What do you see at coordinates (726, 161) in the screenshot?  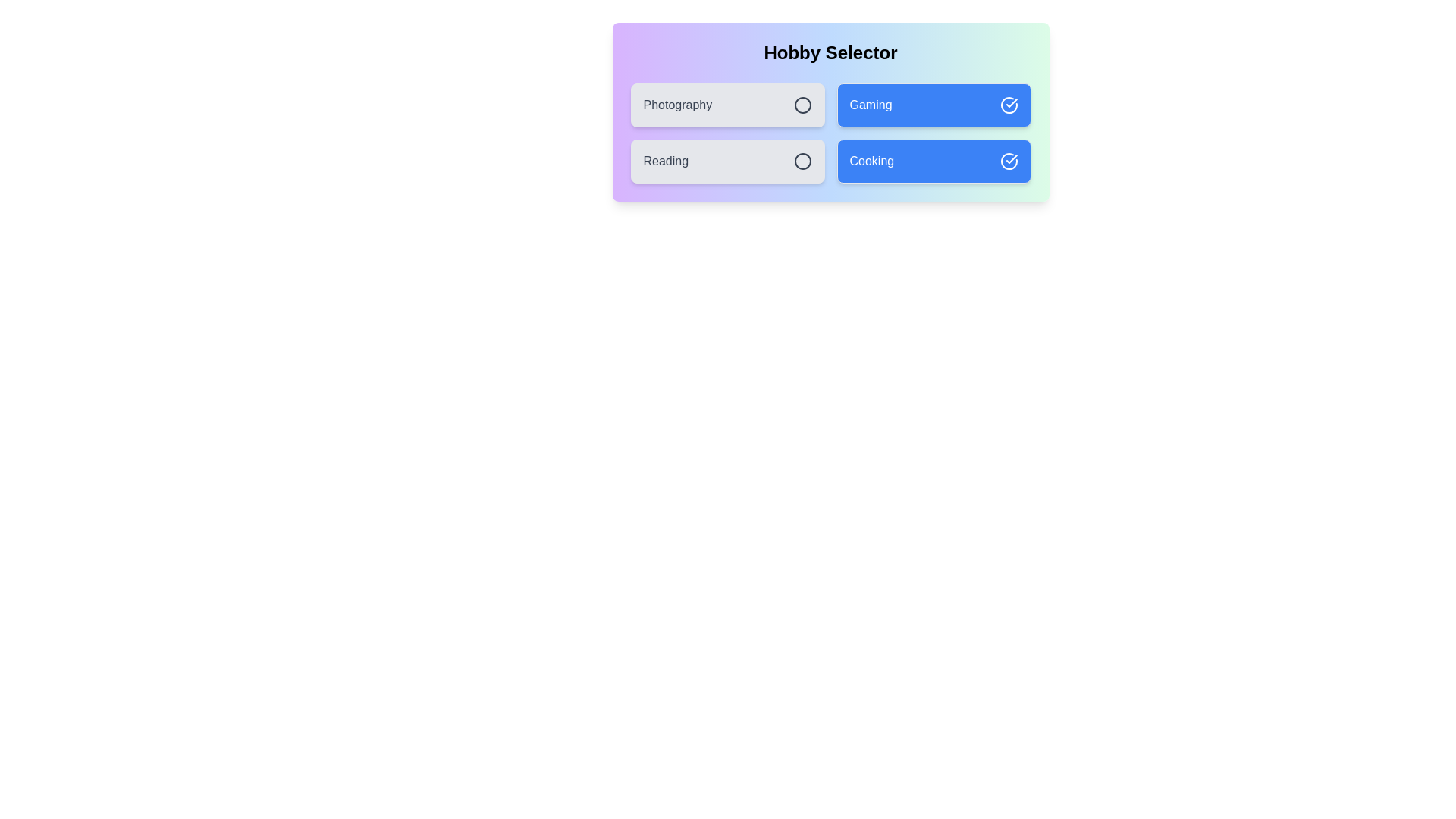 I see `the item labeled Reading to observe the visual effect` at bounding box center [726, 161].